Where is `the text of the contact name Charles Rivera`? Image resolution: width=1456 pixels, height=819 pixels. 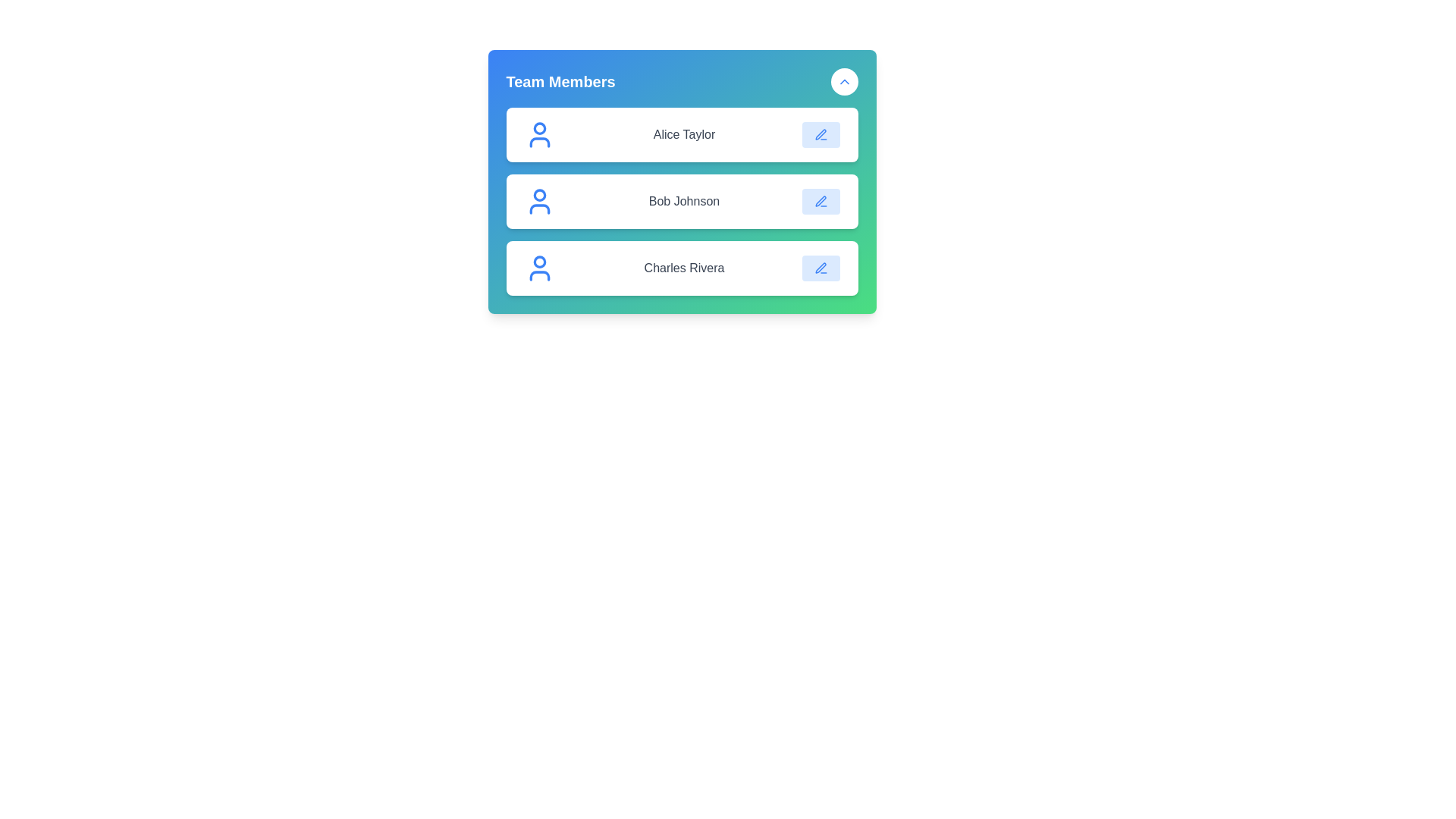
the text of the contact name Charles Rivera is located at coordinates (683, 268).